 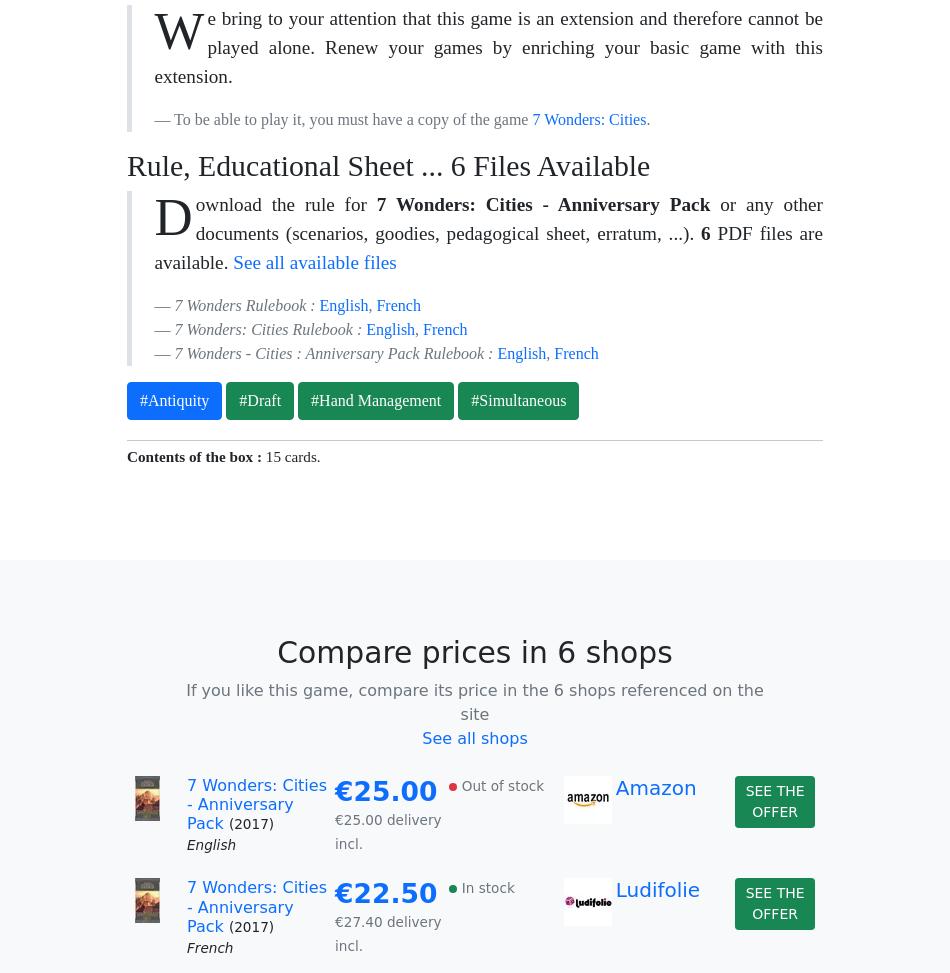 I want to click on 'Weight', so click(x=166, y=166).